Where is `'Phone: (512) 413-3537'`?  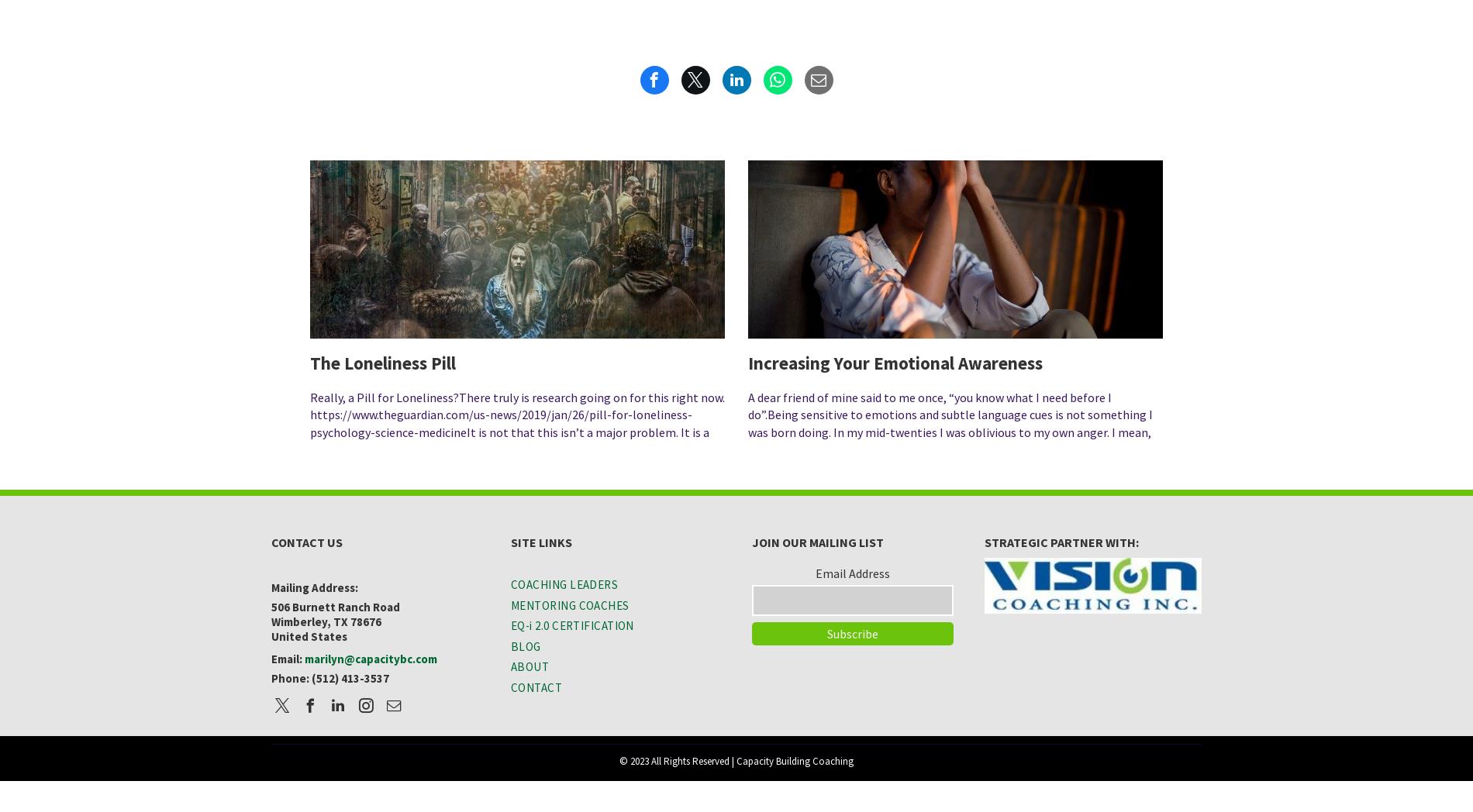 'Phone: (512) 413-3537' is located at coordinates (270, 677).